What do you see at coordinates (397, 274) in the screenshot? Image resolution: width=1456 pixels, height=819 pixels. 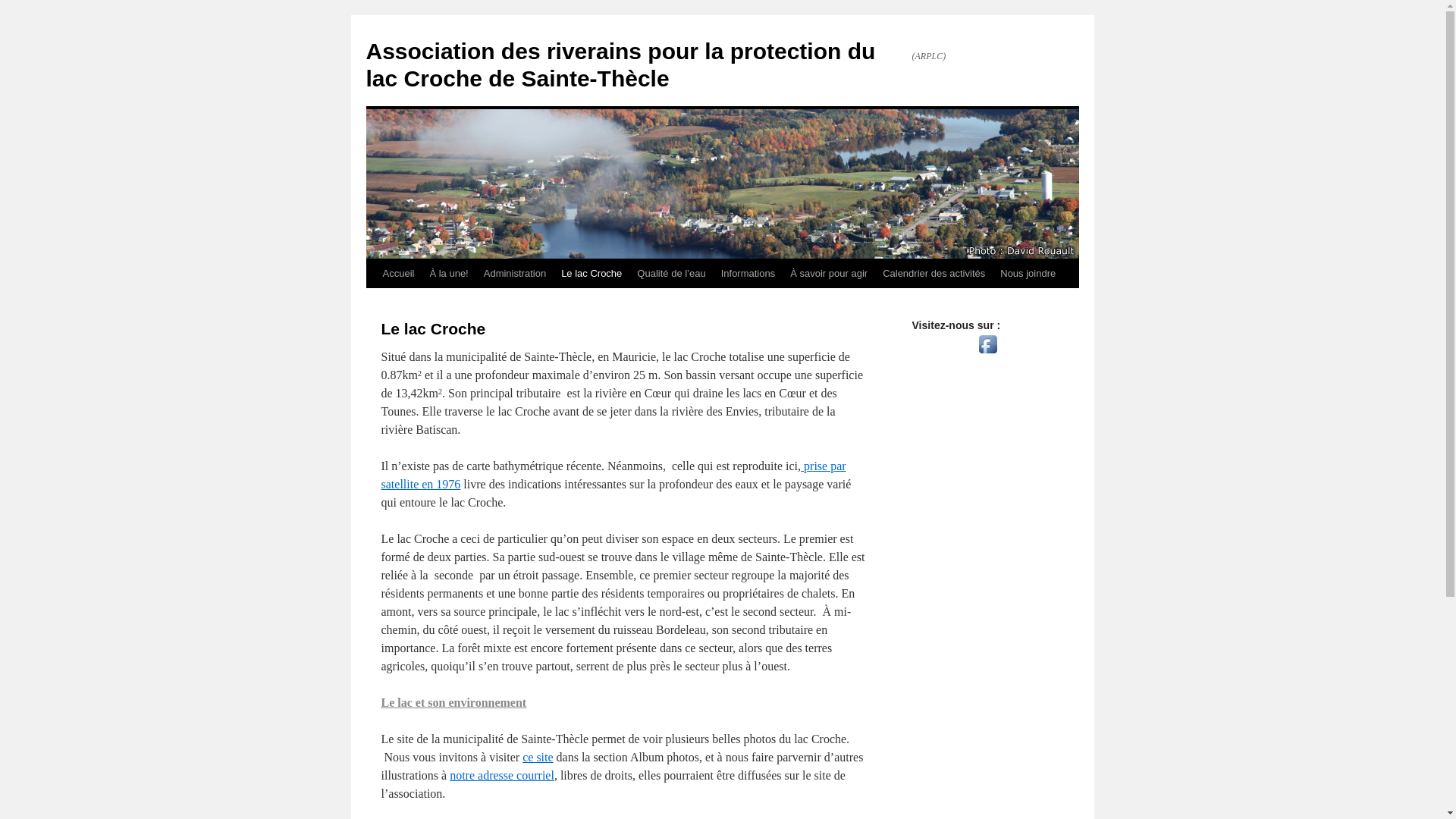 I see `'Accueil'` at bounding box center [397, 274].